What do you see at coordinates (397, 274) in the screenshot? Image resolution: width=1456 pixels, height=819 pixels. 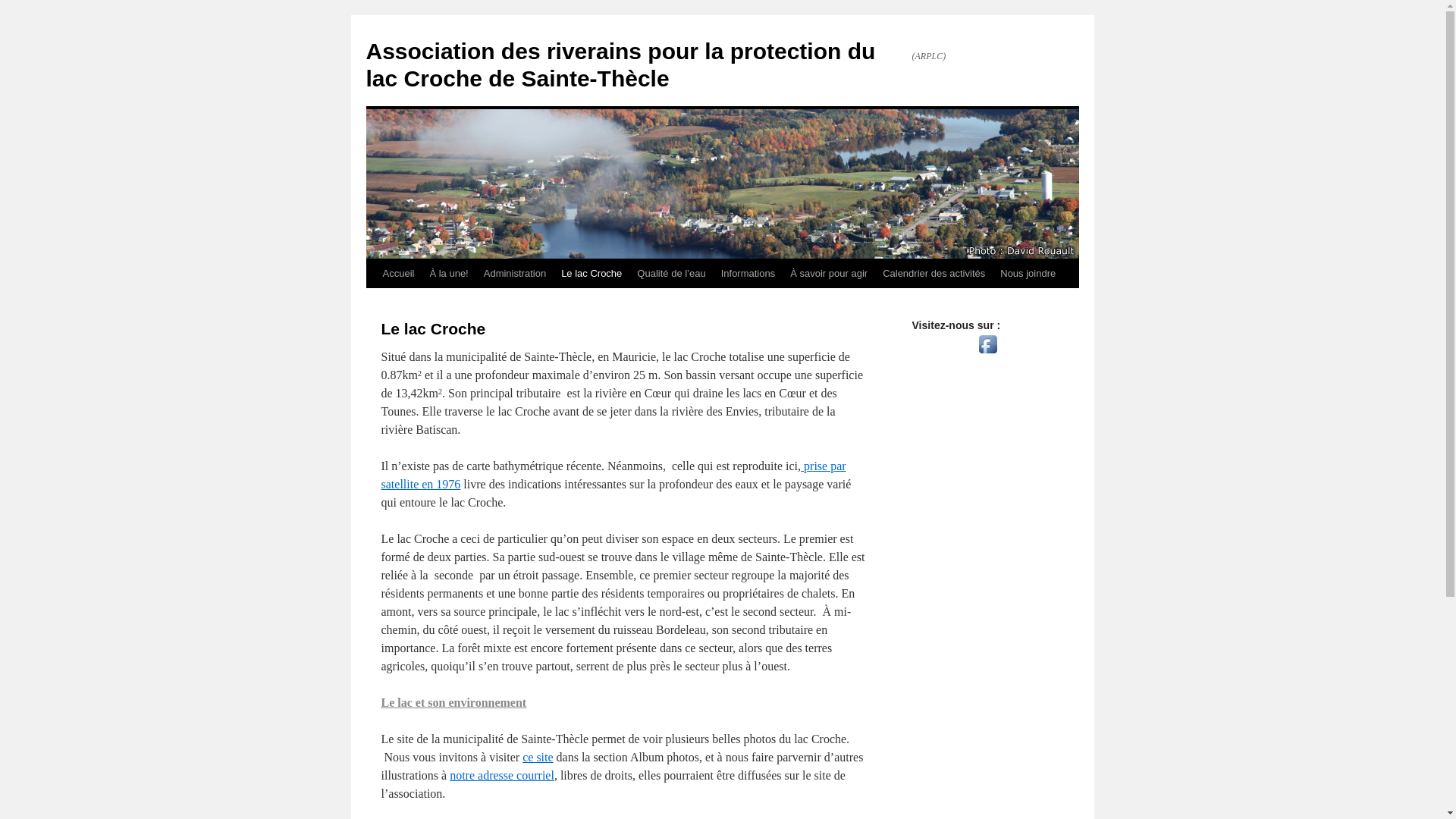 I see `'Accueil'` at bounding box center [397, 274].